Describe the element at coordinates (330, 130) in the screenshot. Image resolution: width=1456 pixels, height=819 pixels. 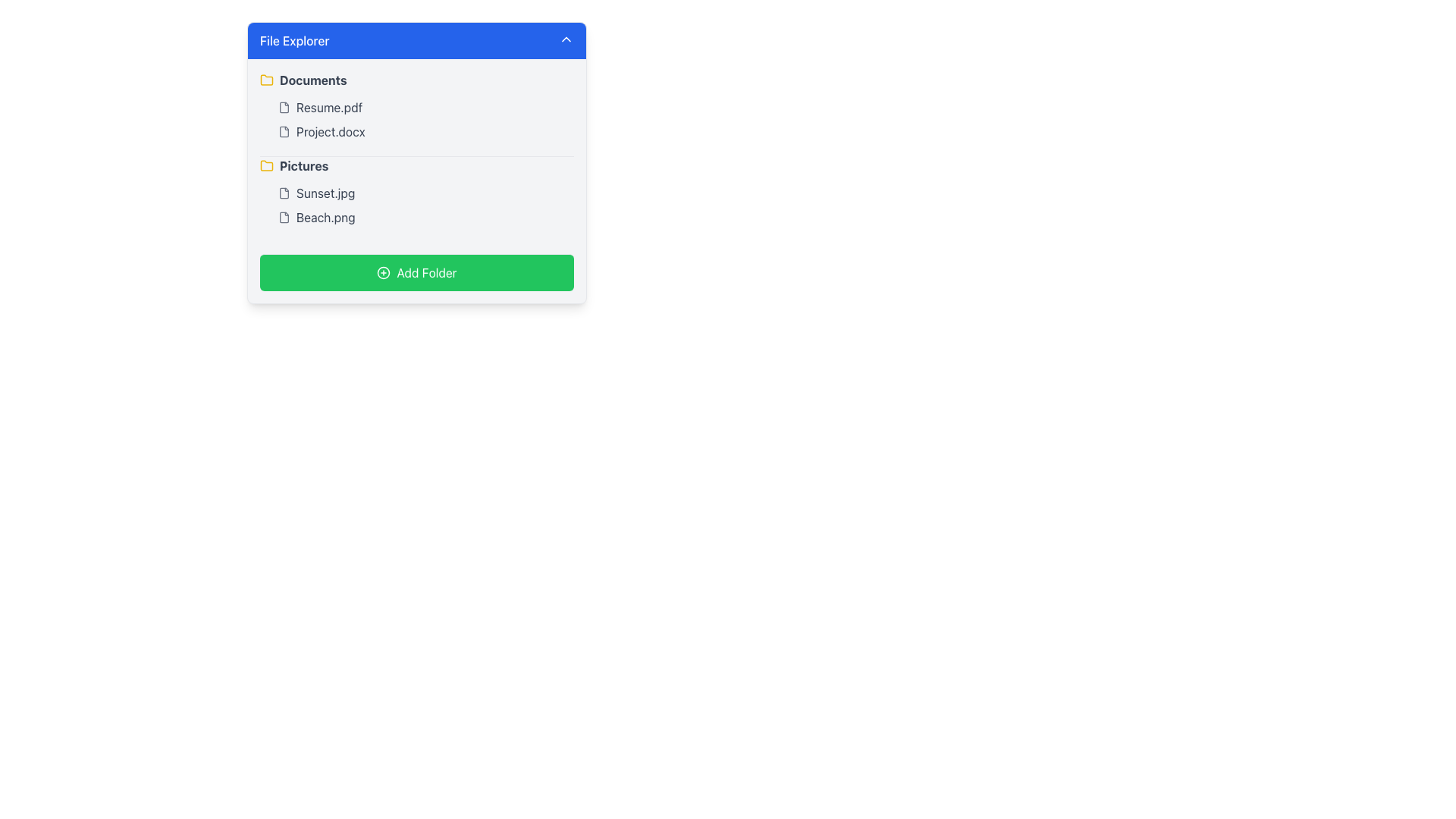
I see `the text label representing the filename 'Project.docx' located` at that location.